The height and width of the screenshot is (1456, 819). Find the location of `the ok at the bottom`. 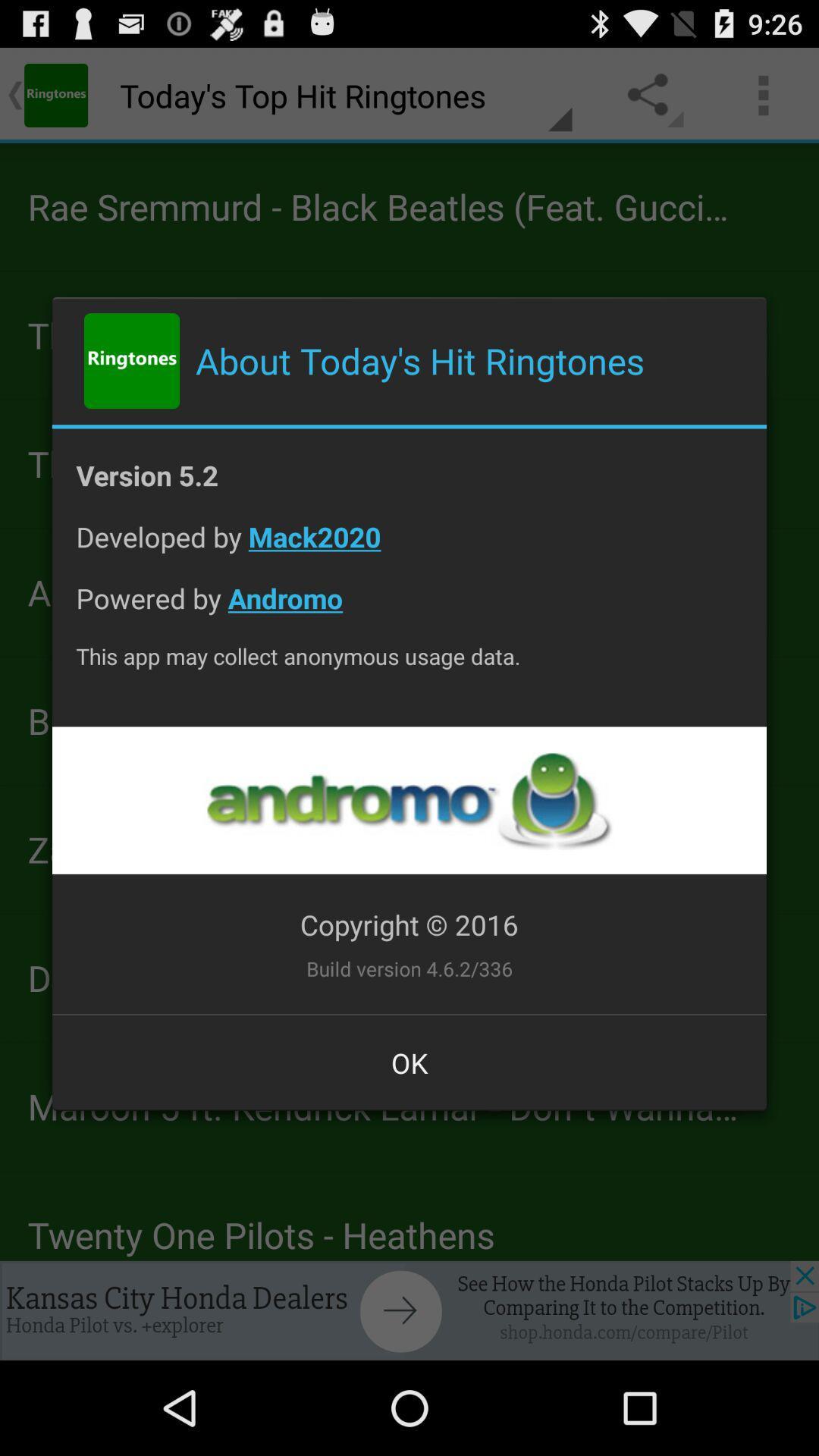

the ok at the bottom is located at coordinates (409, 1062).